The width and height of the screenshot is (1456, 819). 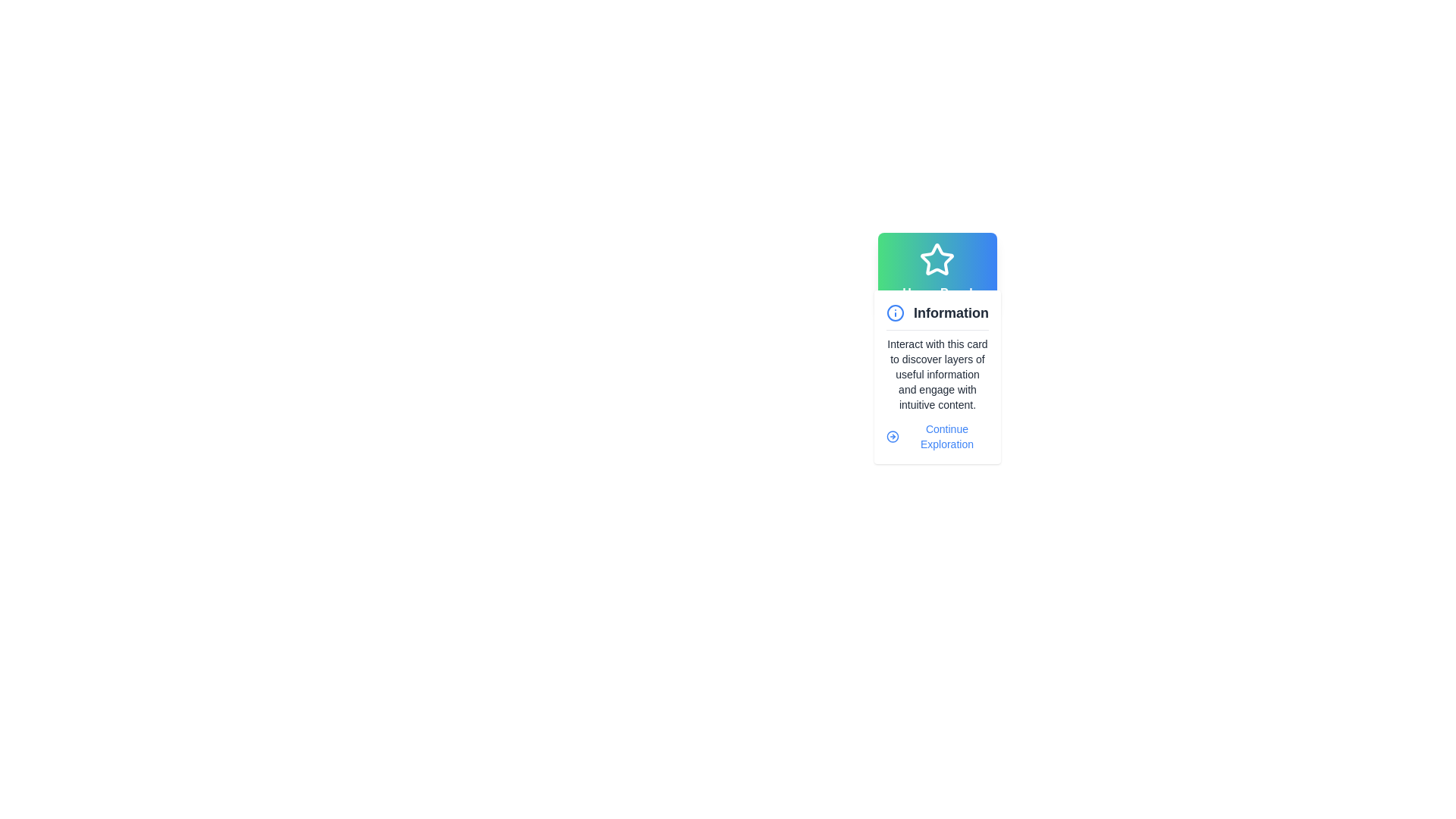 What do you see at coordinates (937, 436) in the screenshot?
I see `the 'Continue Exploration' link, which features a blue icon on the left and blue text on the right, located at the bottom of a card-like structure` at bounding box center [937, 436].